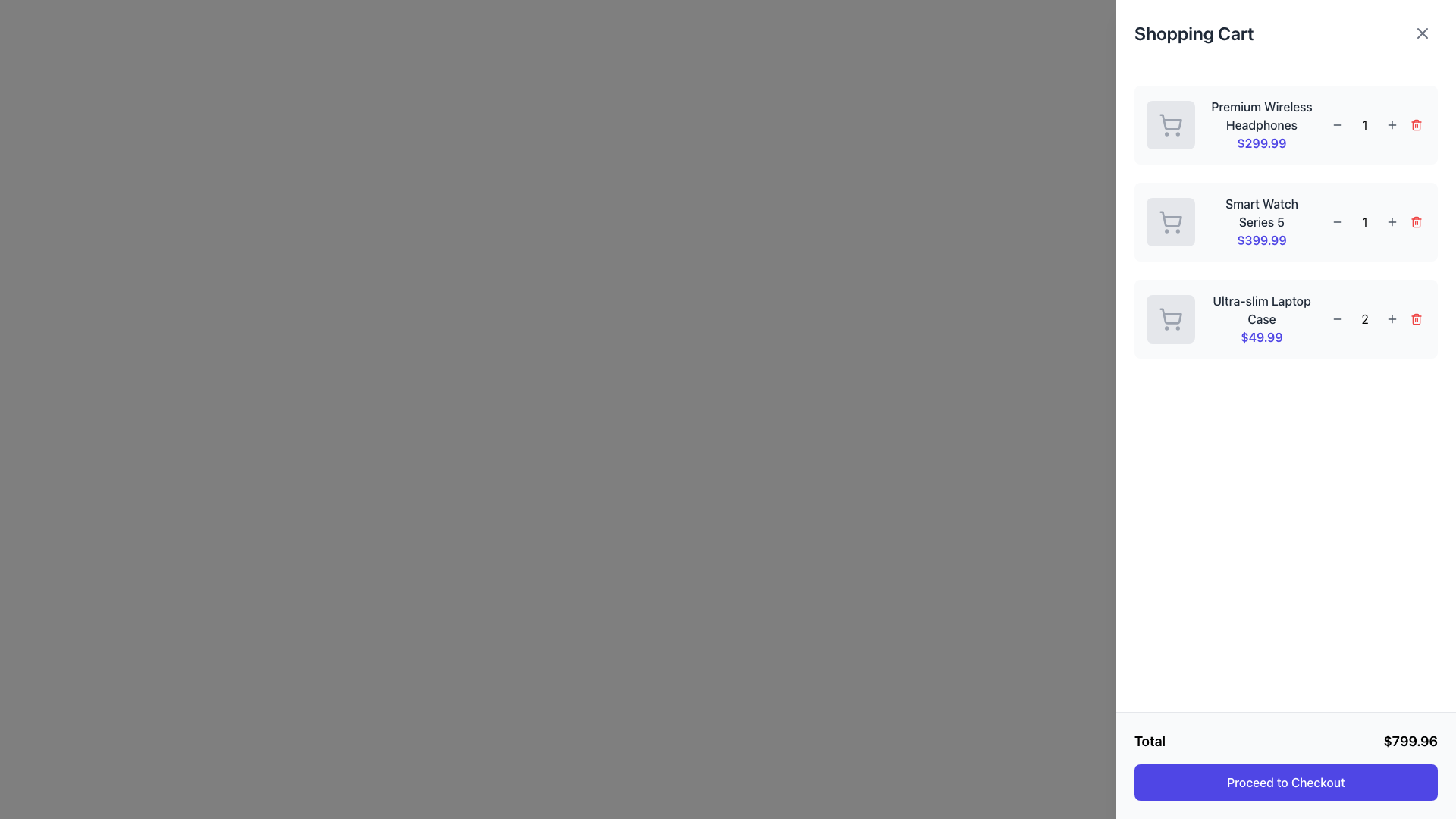 The width and height of the screenshot is (1456, 819). Describe the element at coordinates (1285, 783) in the screenshot. I see `the checkout button located at the bottom of the shopping cart panel, directly below the total price display` at that location.